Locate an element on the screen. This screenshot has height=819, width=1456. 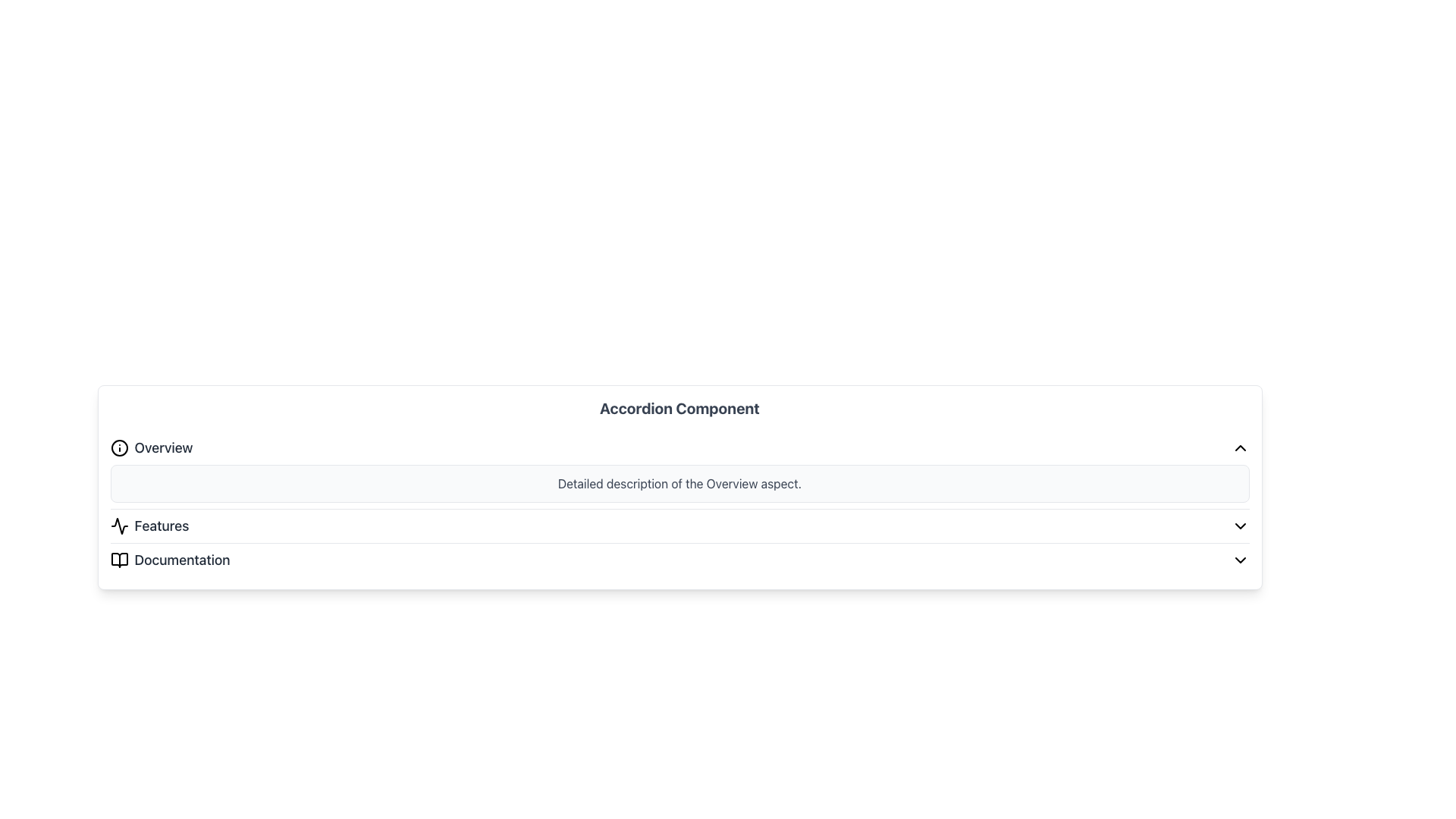
the text label displaying 'Features' in a medium, gray font is located at coordinates (162, 526).